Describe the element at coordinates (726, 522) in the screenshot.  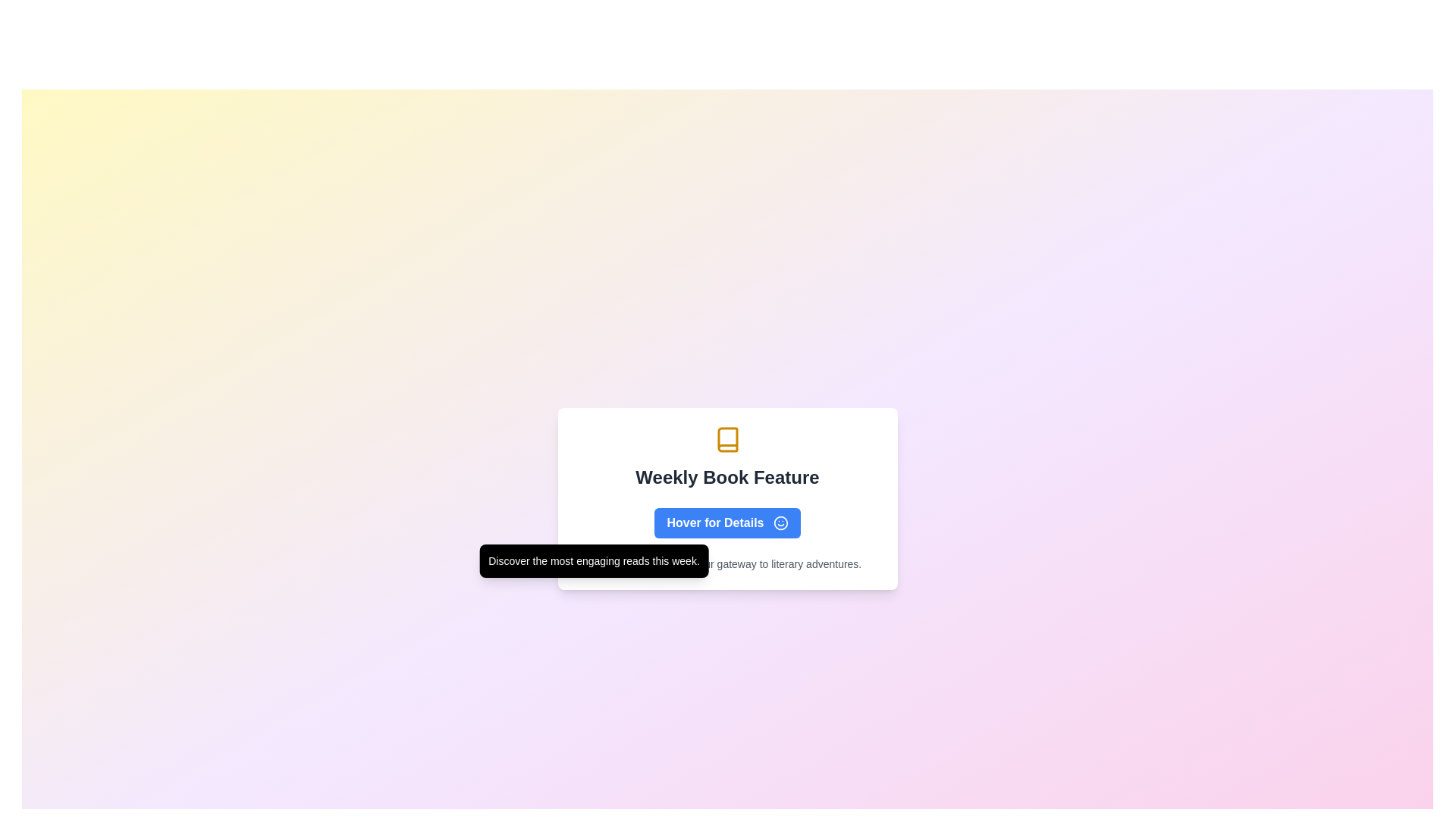
I see `the button located below the 'Weekly Book Feature' heading, which provides detailed information upon user interaction` at that location.